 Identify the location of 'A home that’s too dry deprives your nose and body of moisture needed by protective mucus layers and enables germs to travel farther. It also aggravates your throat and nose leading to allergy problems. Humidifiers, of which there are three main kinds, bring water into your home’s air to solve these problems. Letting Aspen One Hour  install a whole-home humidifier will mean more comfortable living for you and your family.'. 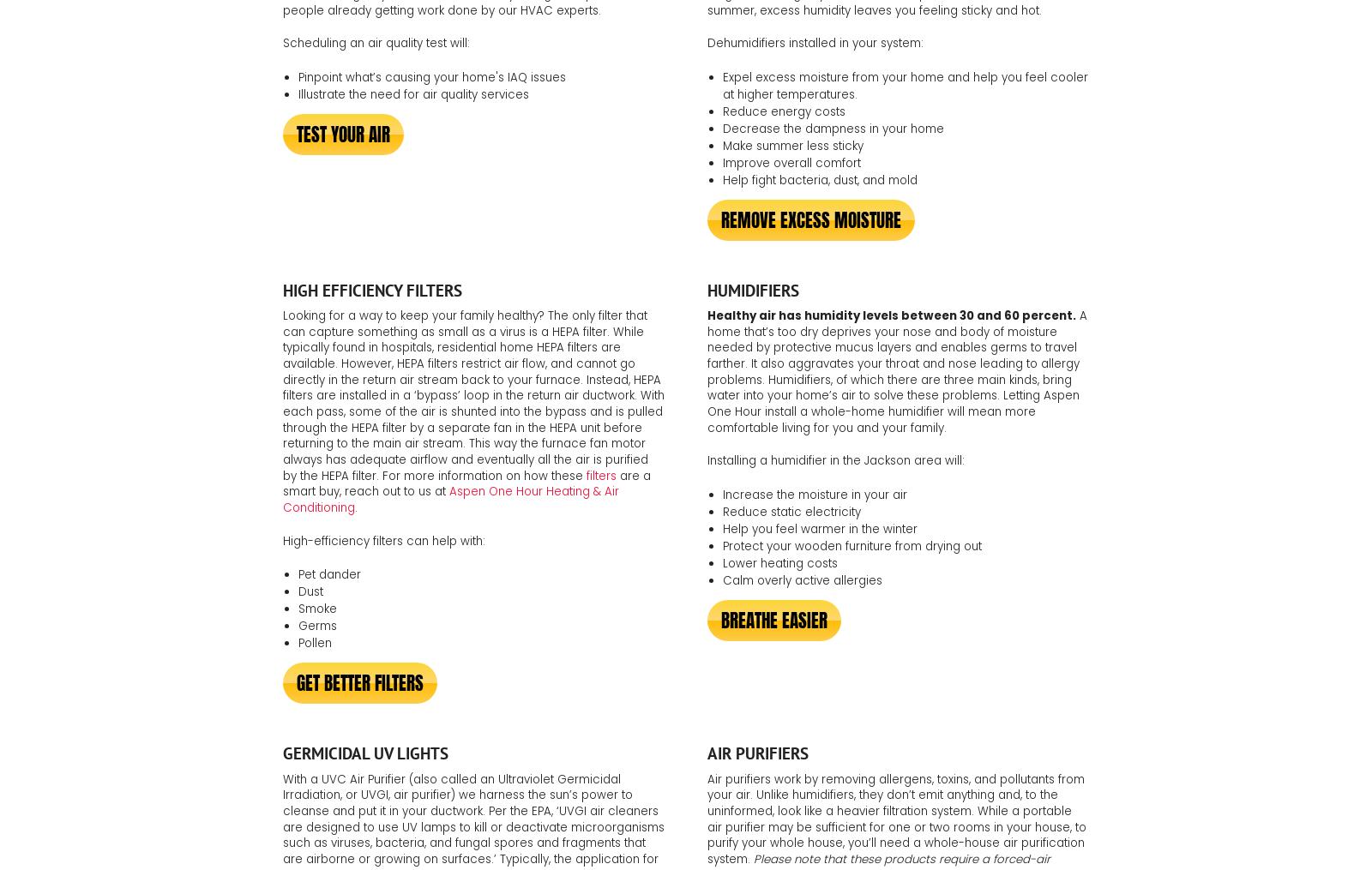
(897, 371).